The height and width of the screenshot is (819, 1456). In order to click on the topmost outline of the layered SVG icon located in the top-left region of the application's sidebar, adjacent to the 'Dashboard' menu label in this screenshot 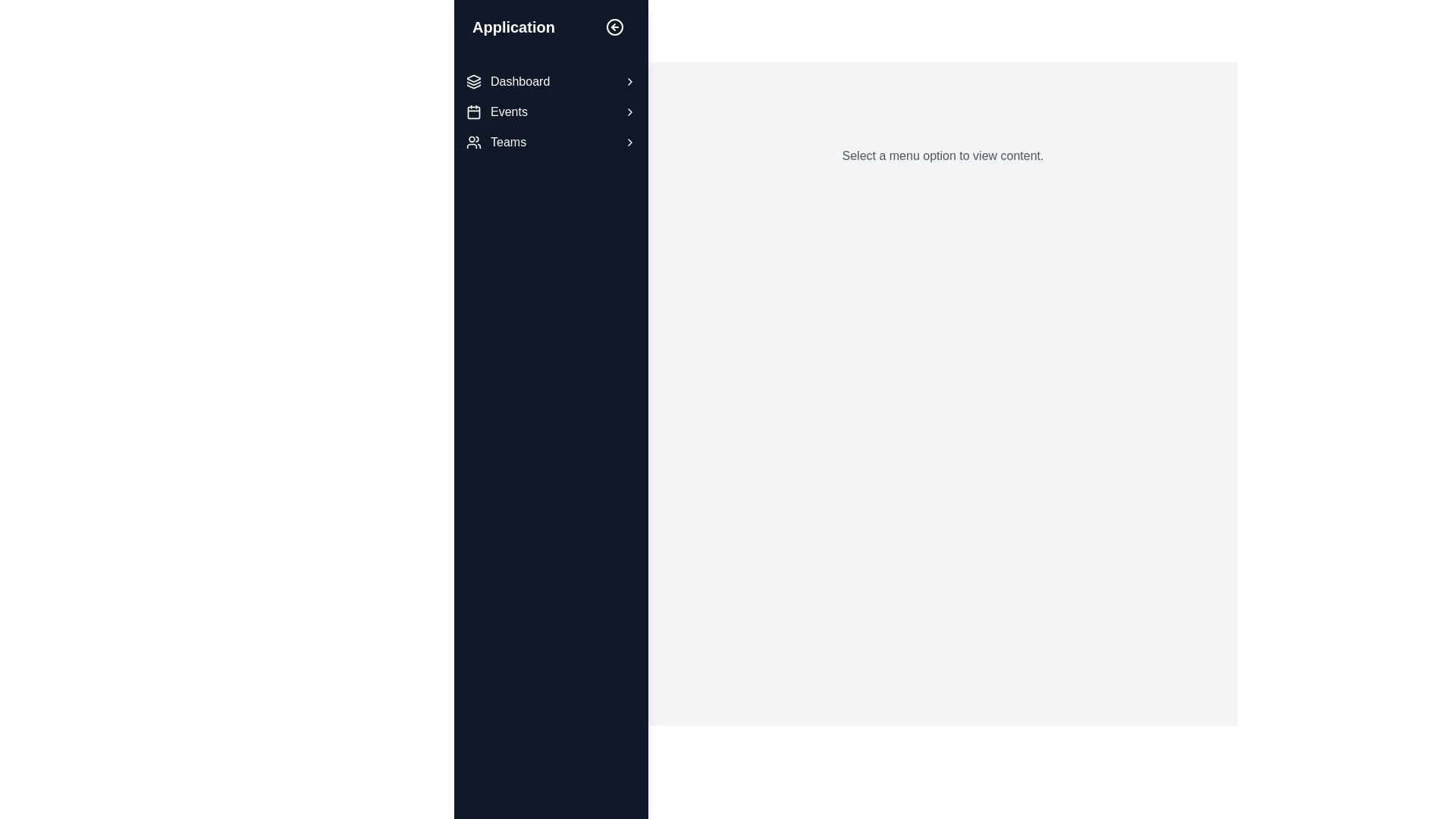, I will do `click(472, 78)`.